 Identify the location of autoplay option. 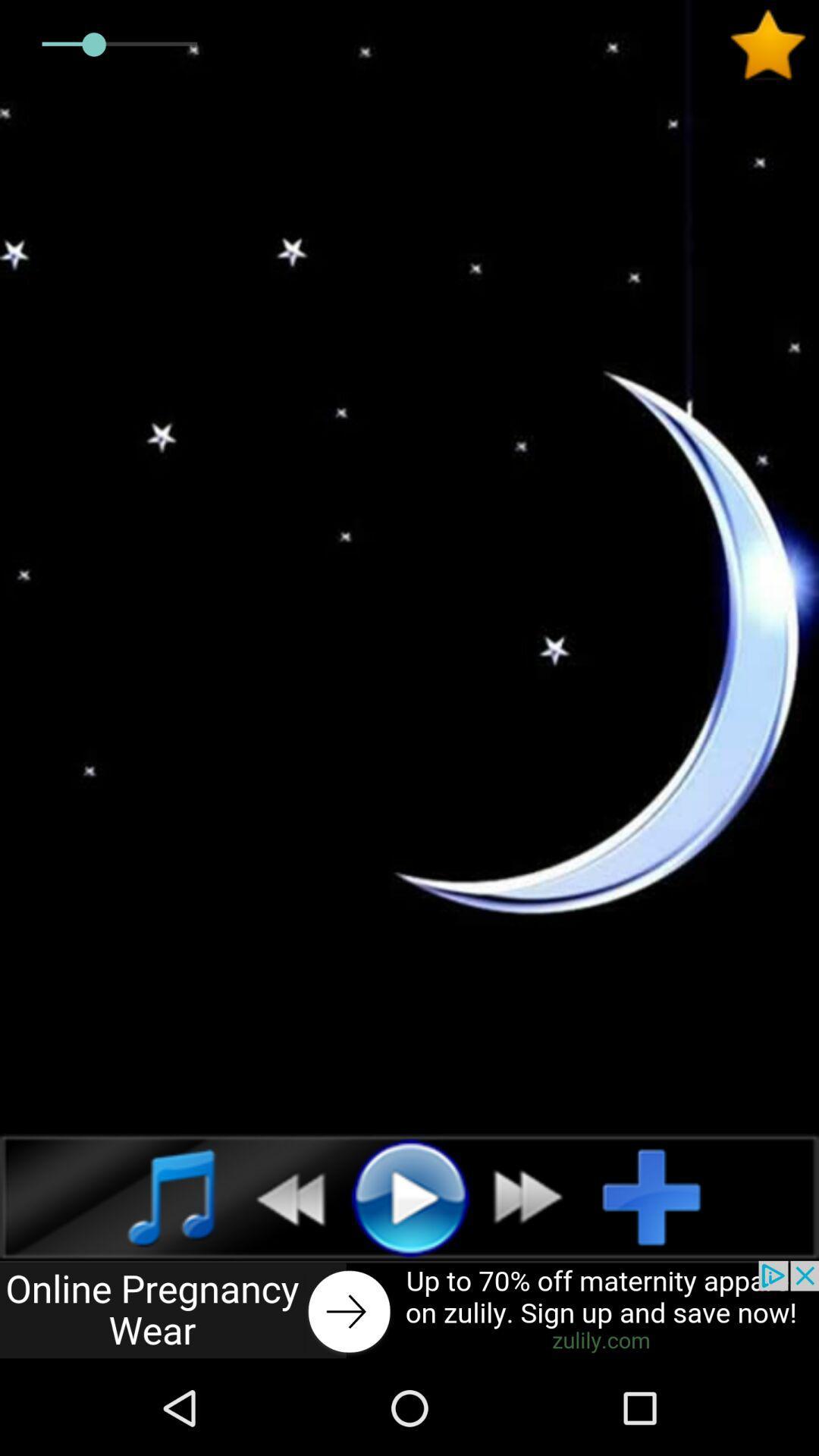
(663, 1196).